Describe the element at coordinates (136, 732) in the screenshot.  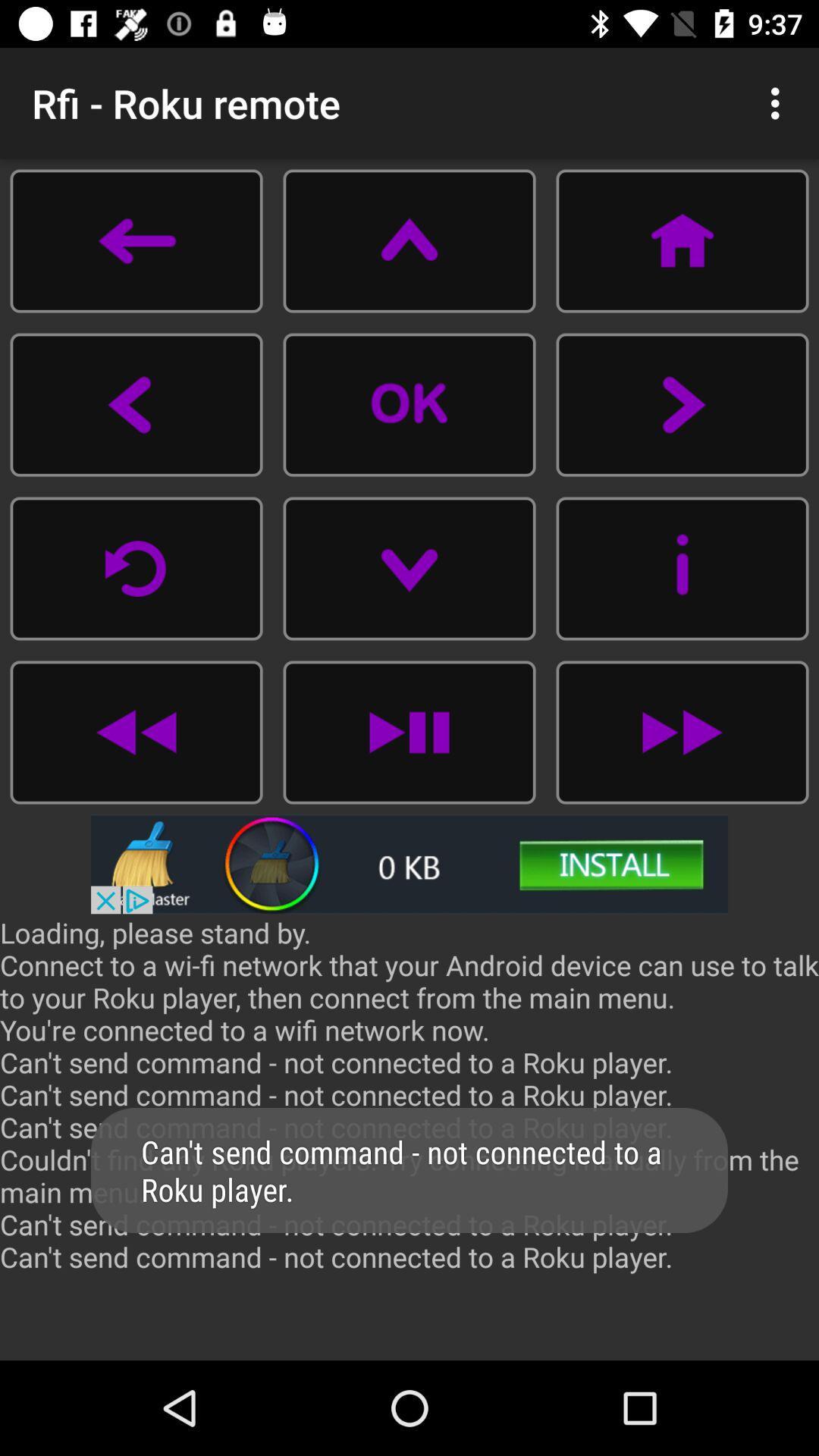
I see `go back` at that location.